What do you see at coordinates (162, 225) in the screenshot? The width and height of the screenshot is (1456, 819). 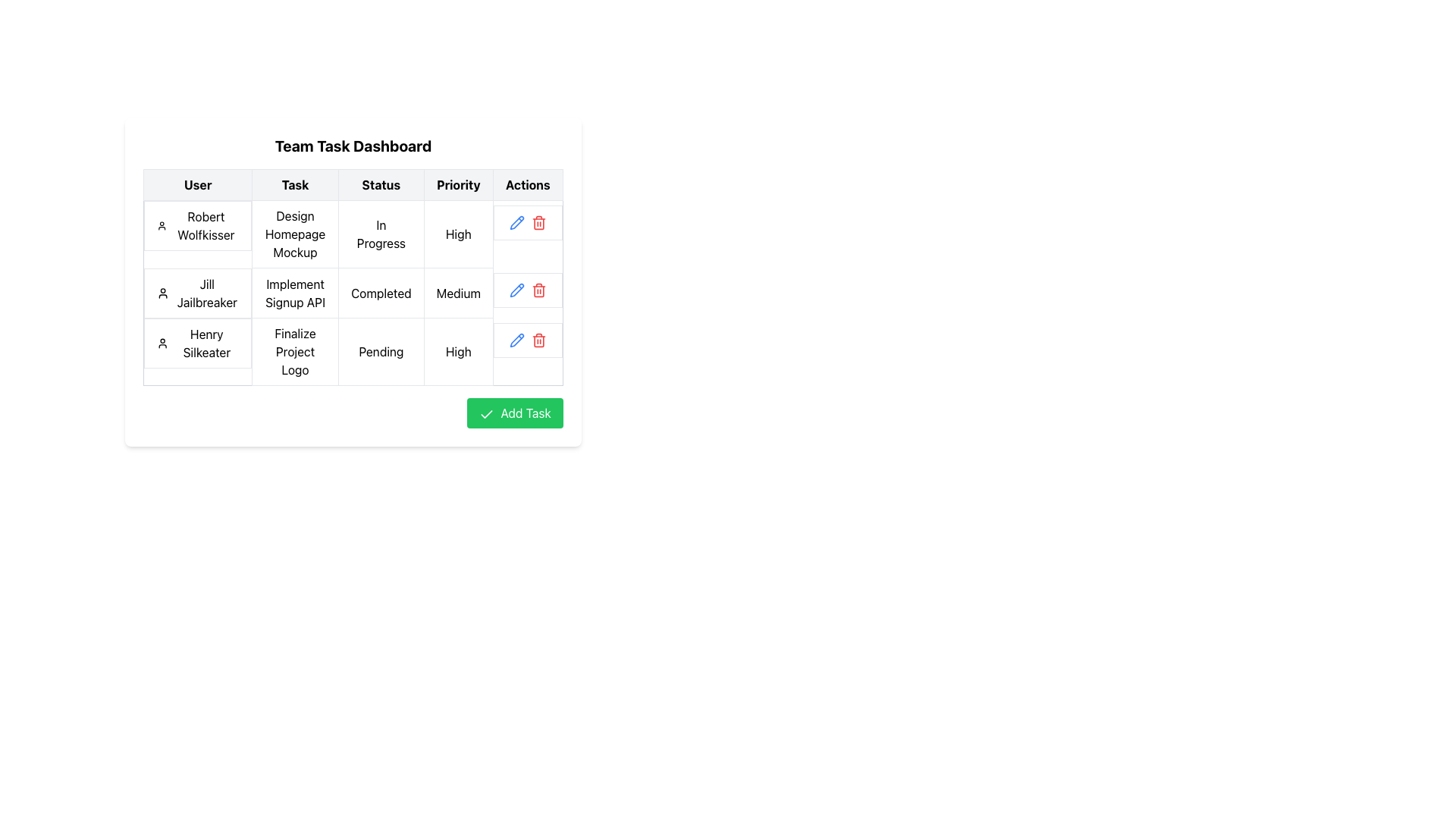 I see `the user avatar icon, which is a black graphical outline of a user, located to the left of the user name 'Robert Wolfkisser' in the Team Task Dashboard table` at bounding box center [162, 225].